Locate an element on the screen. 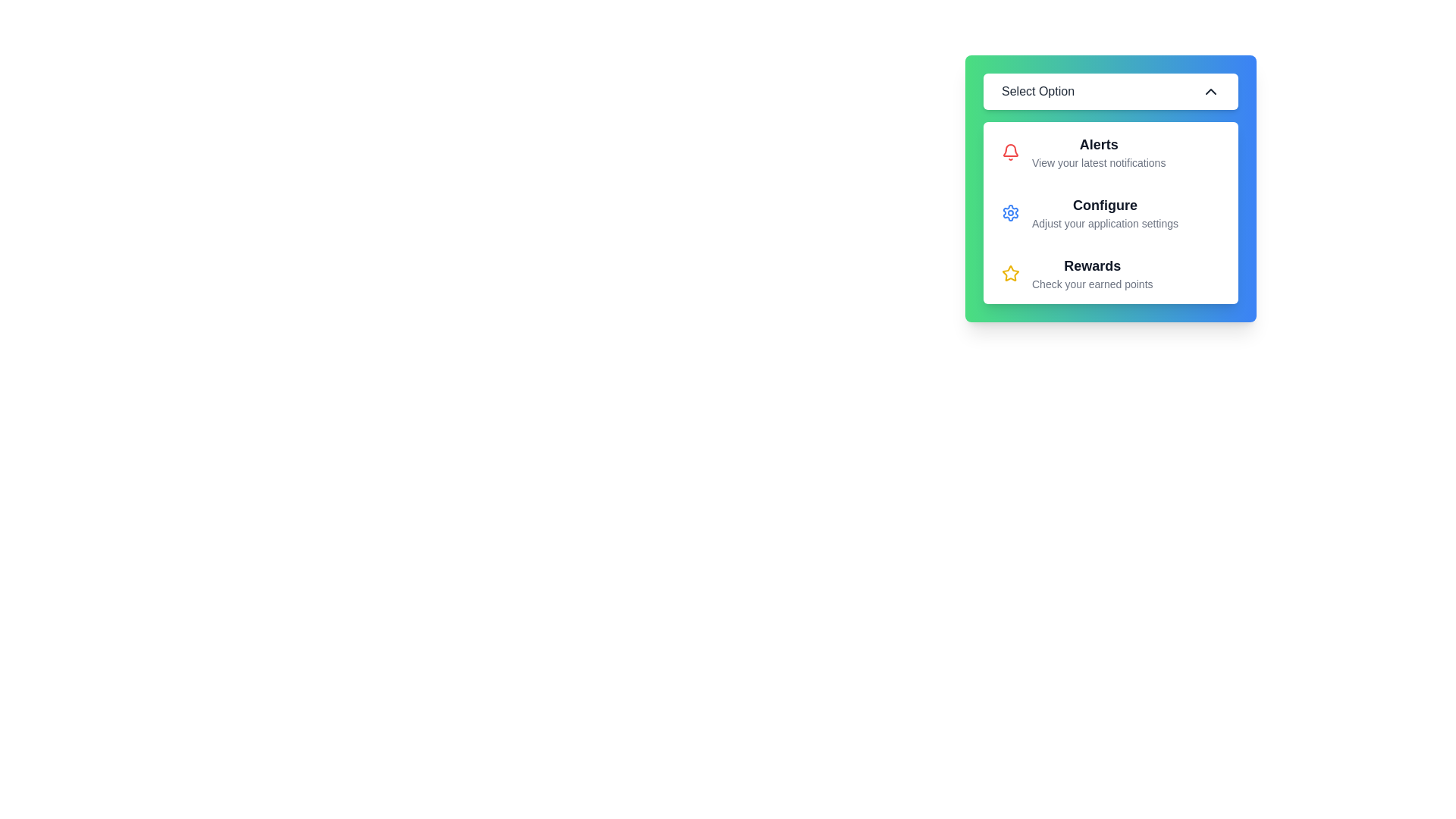  the gear-shaped settings icon styled in blue, located to the left of the 'Configure' text in the list menu is located at coordinates (1011, 213).